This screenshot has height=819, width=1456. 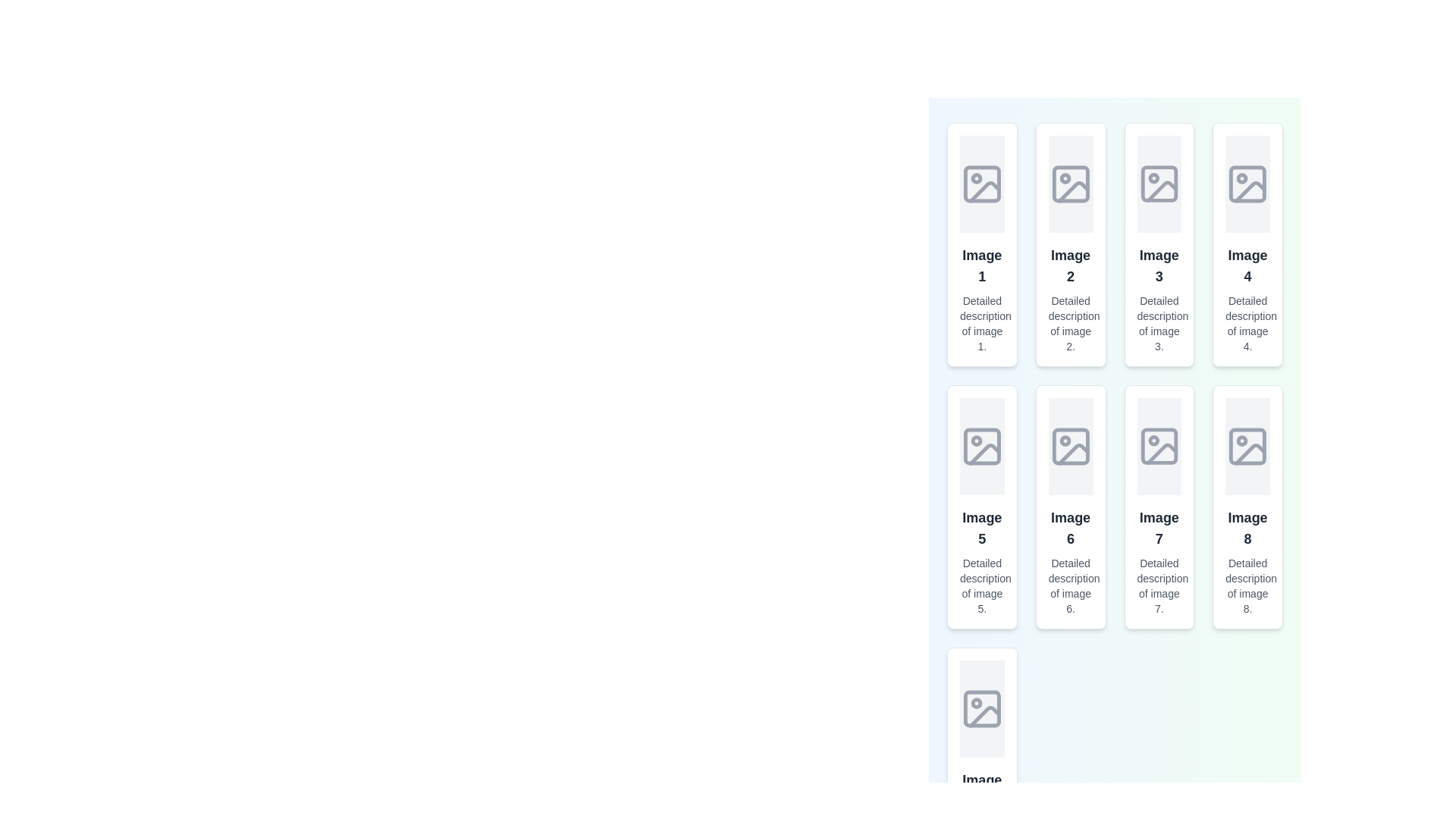 I want to click on the visual contribution of the image placeholder icon represented by a rounded rectangle with a small border-radius located in the fourth column of the top row of the grid layout, so click(x=1247, y=184).